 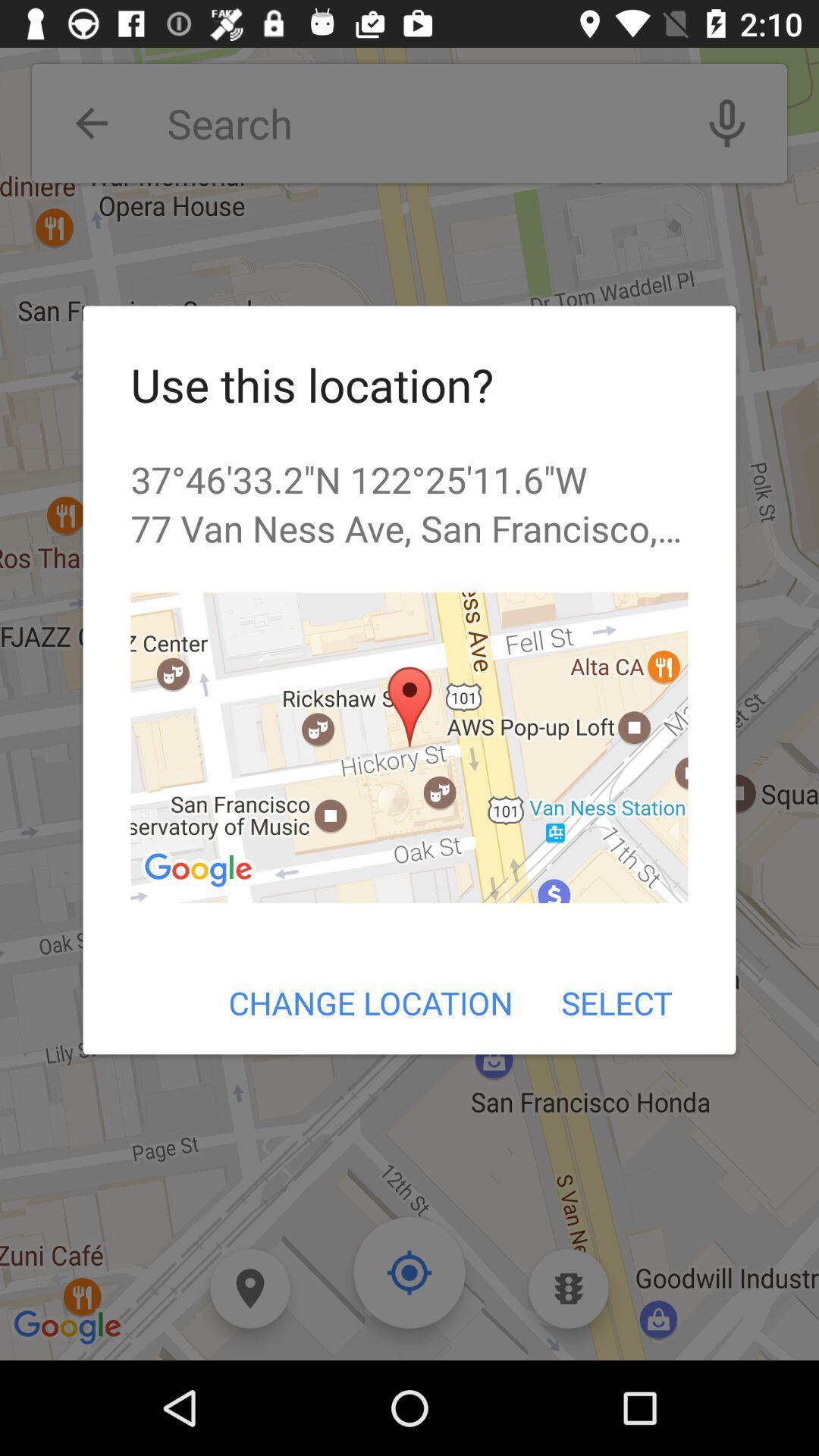 I want to click on the change location, so click(x=371, y=1003).